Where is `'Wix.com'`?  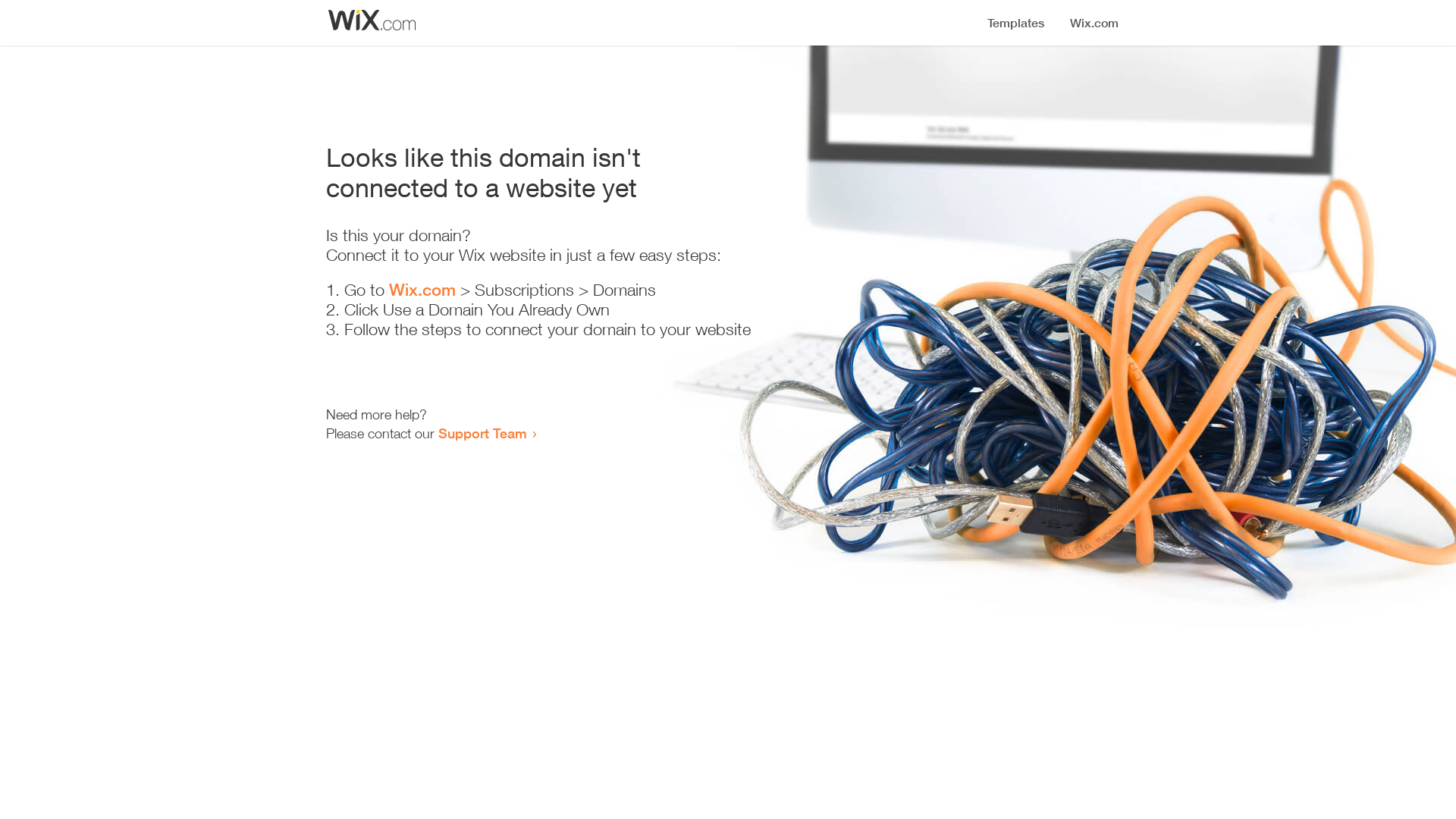 'Wix.com' is located at coordinates (422, 289).